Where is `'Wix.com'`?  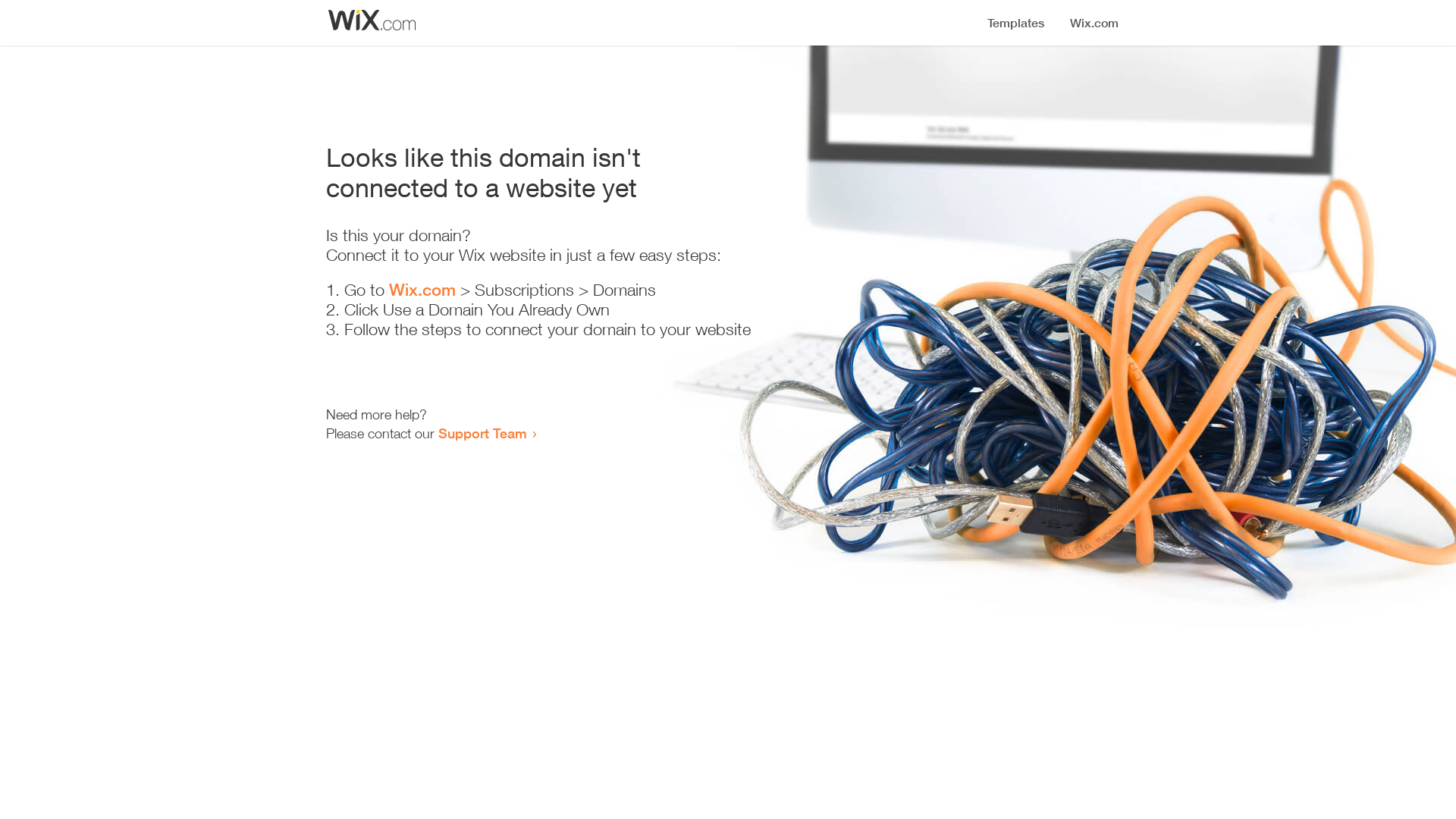 'Wix.com' is located at coordinates (422, 289).